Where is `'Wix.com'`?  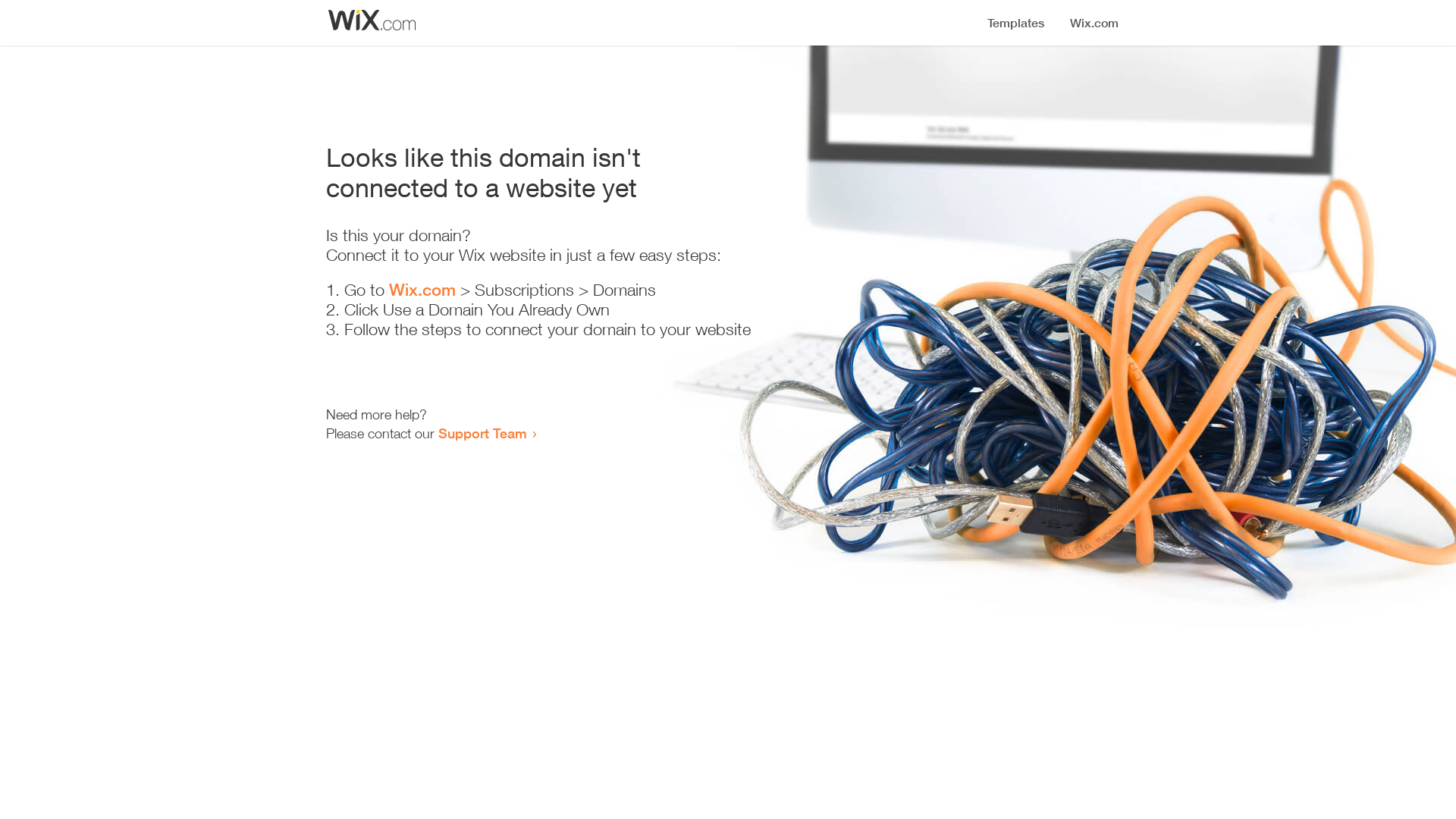 'Wix.com' is located at coordinates (422, 289).